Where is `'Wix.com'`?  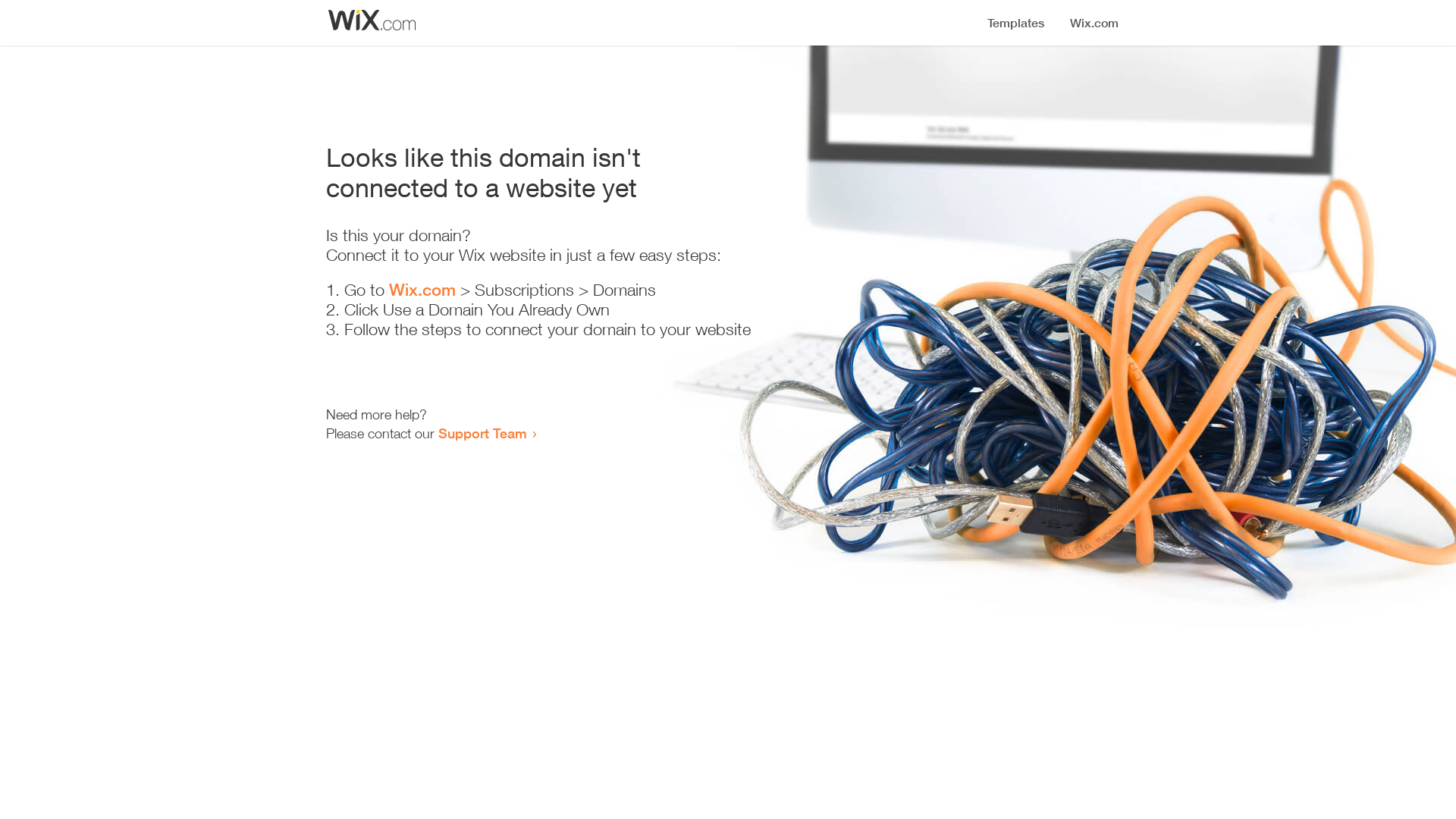 'Wix.com' is located at coordinates (422, 289).